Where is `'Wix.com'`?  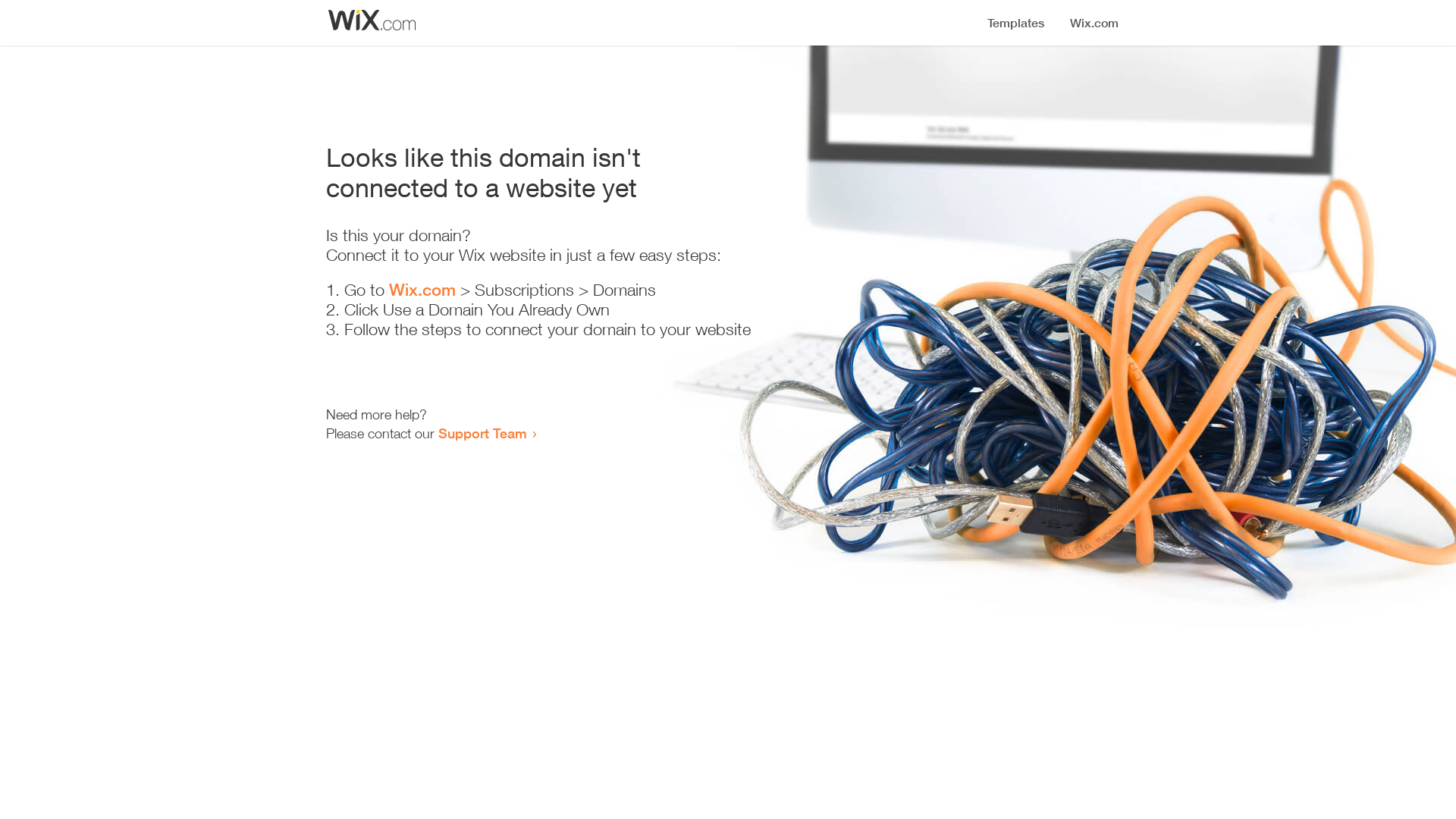 'Wix.com' is located at coordinates (422, 289).